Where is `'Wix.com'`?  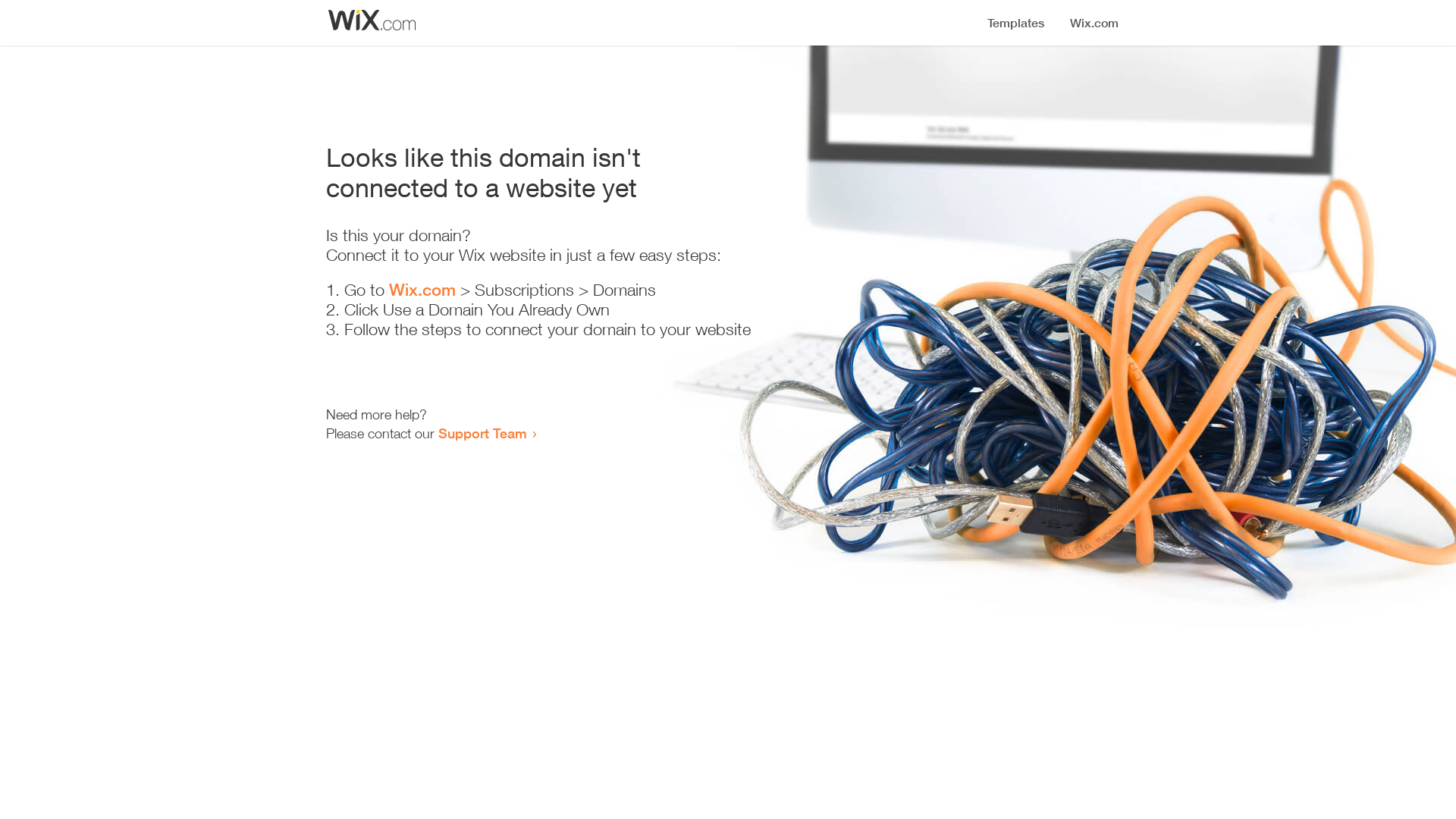 'Wix.com' is located at coordinates (422, 289).